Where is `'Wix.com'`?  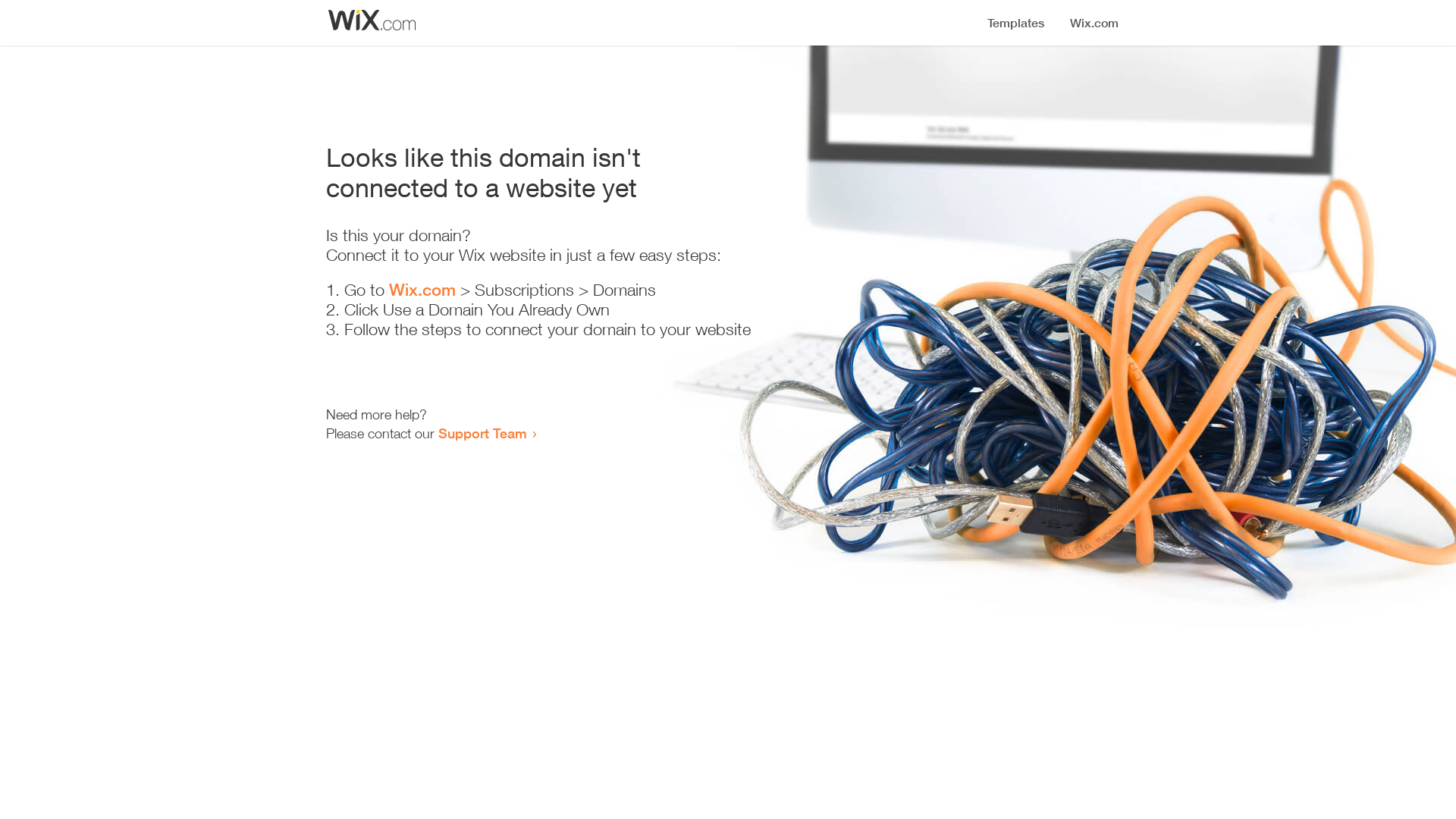 'Wix.com' is located at coordinates (422, 289).